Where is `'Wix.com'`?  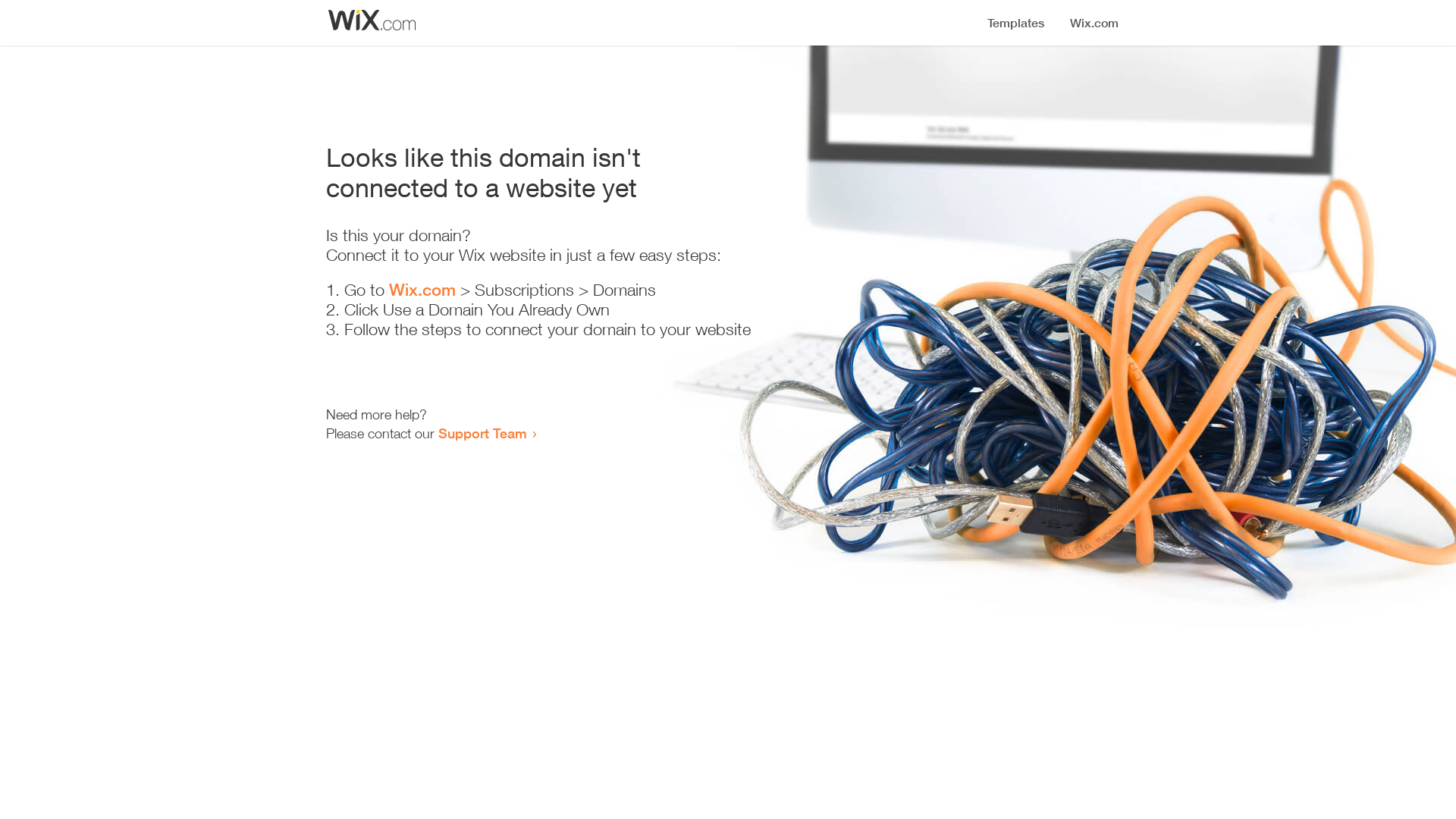 'Wix.com' is located at coordinates (422, 289).